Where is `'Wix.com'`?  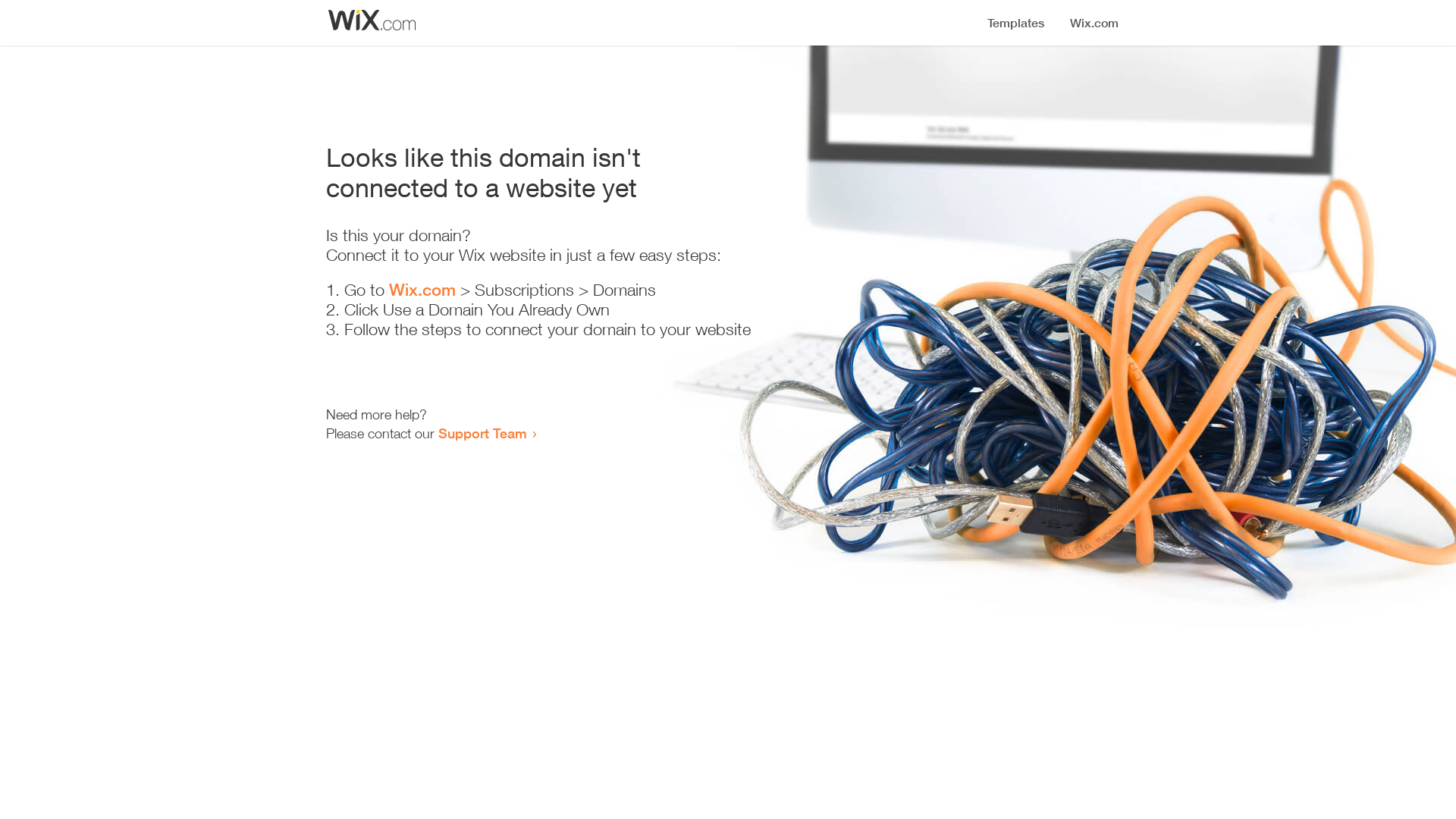 'Wix.com' is located at coordinates (422, 289).